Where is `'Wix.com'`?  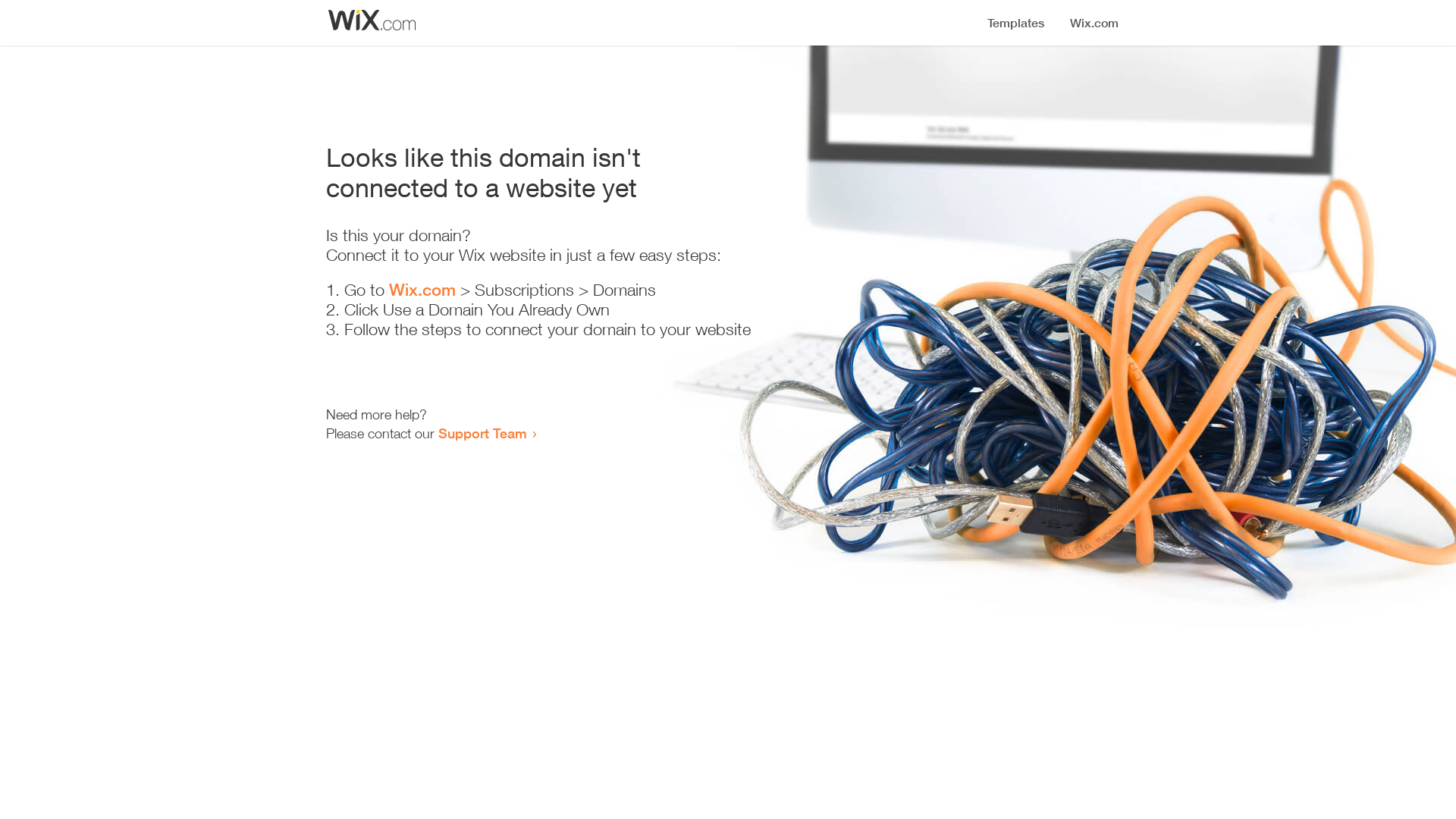 'Wix.com' is located at coordinates (422, 289).